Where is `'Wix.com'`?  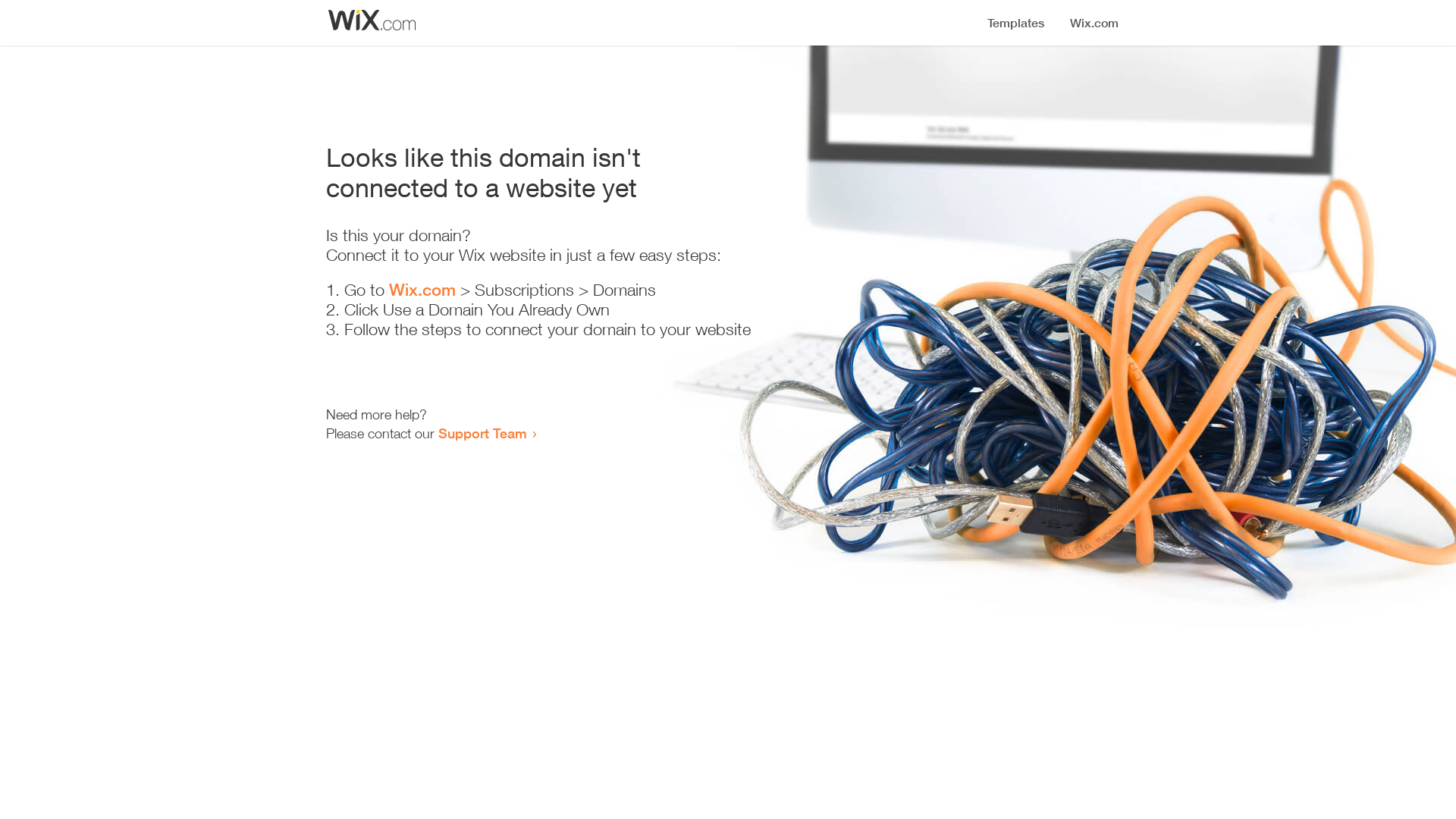 'Wix.com' is located at coordinates (422, 289).